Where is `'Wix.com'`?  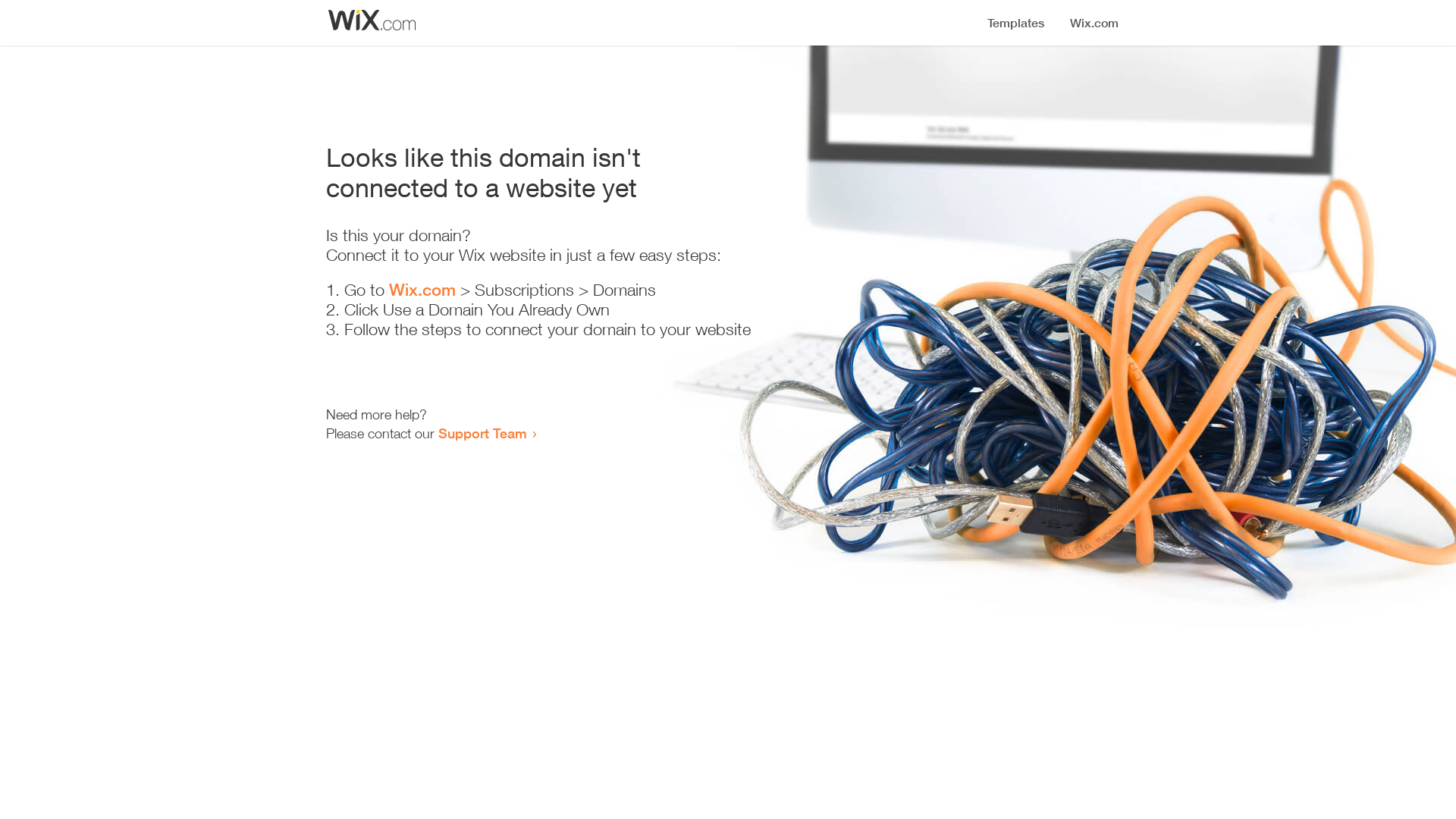 'Wix.com' is located at coordinates (422, 289).